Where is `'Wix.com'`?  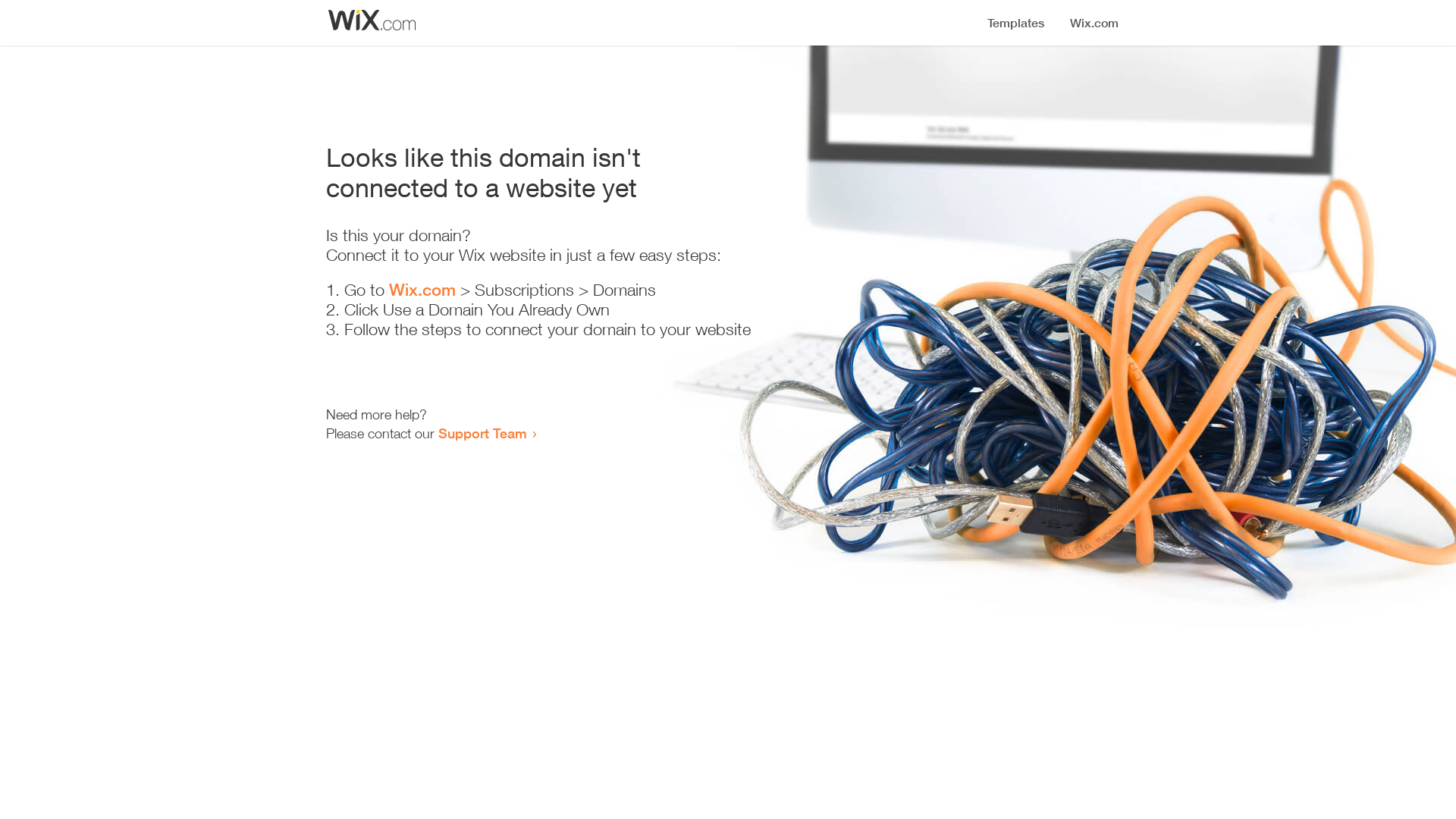 'Wix.com' is located at coordinates (422, 289).